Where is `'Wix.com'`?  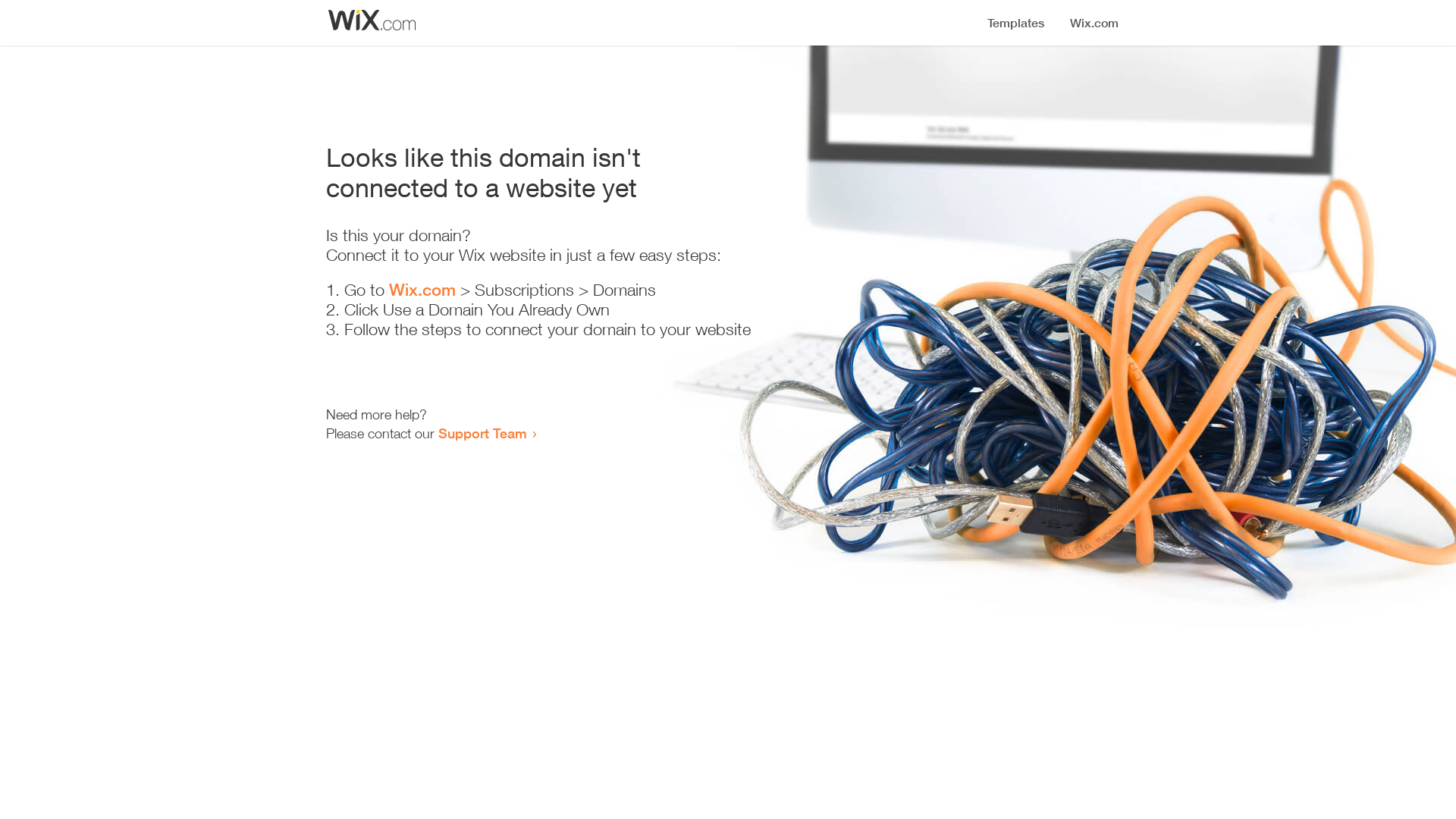 'Wix.com' is located at coordinates (422, 289).